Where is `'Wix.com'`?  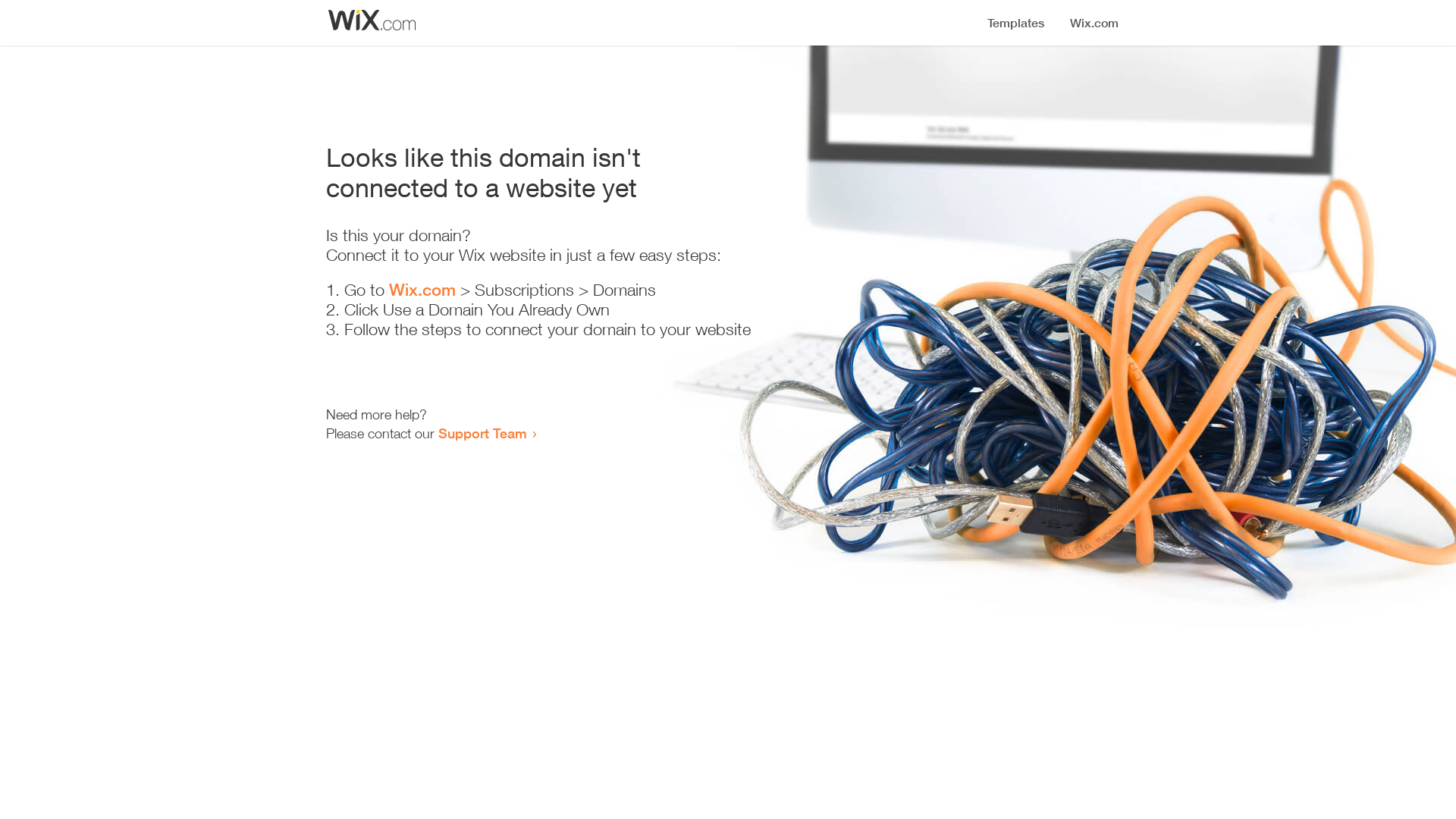 'Wix.com' is located at coordinates (422, 289).